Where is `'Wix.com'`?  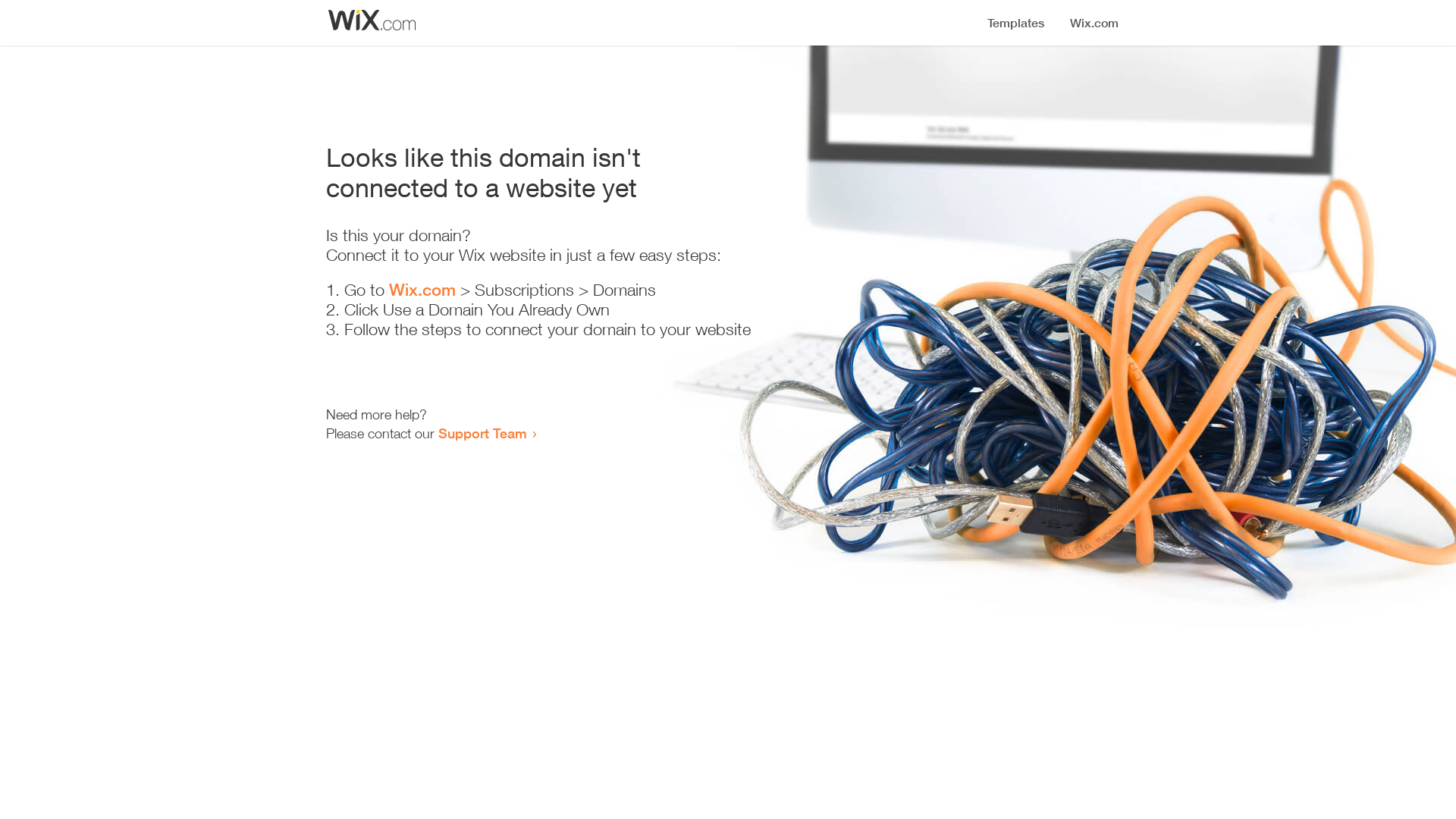 'Wix.com' is located at coordinates (422, 289).